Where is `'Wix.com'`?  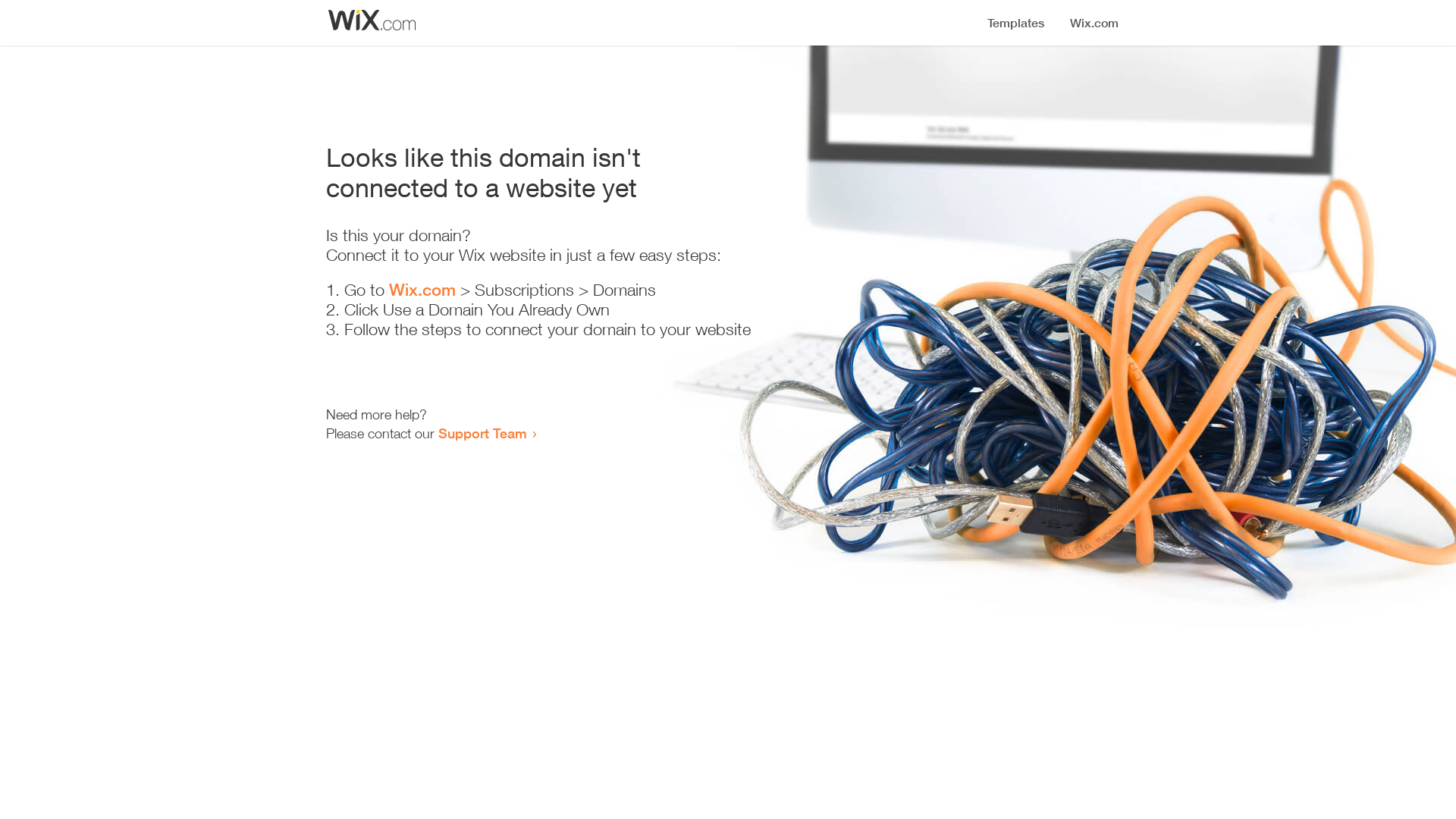 'Wix.com' is located at coordinates (422, 289).